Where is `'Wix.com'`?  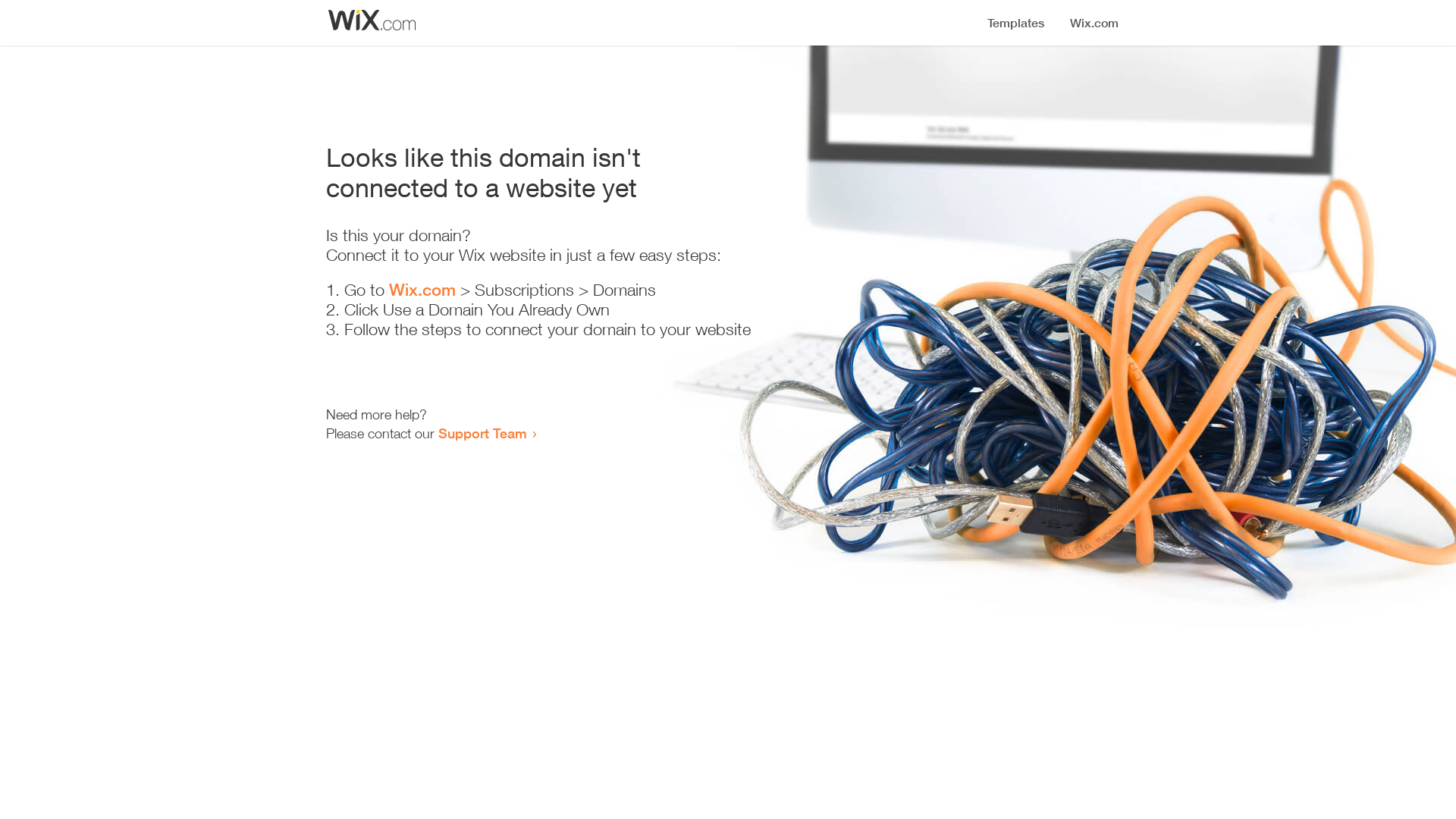 'Wix.com' is located at coordinates (422, 289).